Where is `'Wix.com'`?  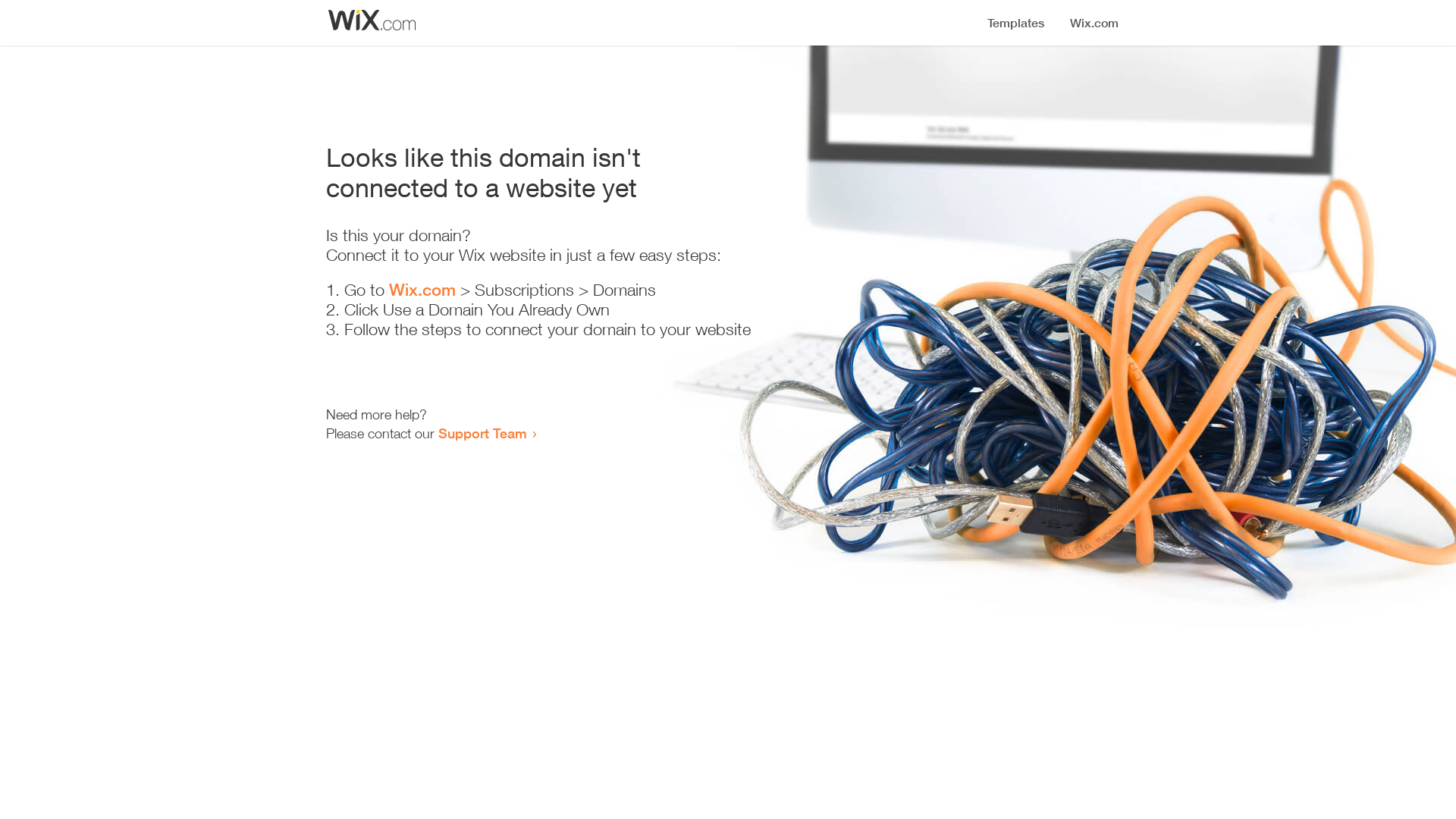 'Wix.com' is located at coordinates (422, 289).